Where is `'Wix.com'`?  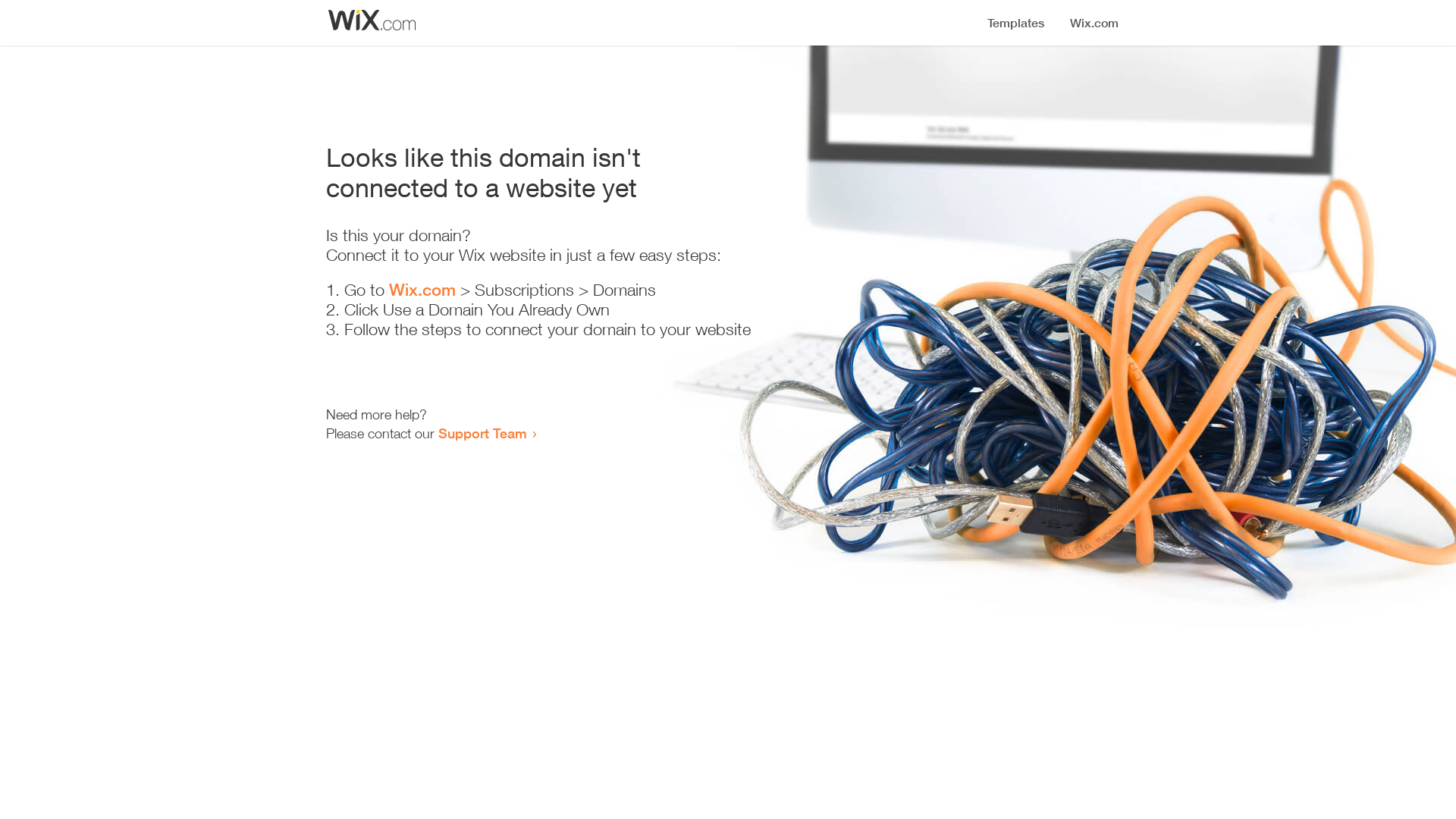 'Wix.com' is located at coordinates (422, 289).